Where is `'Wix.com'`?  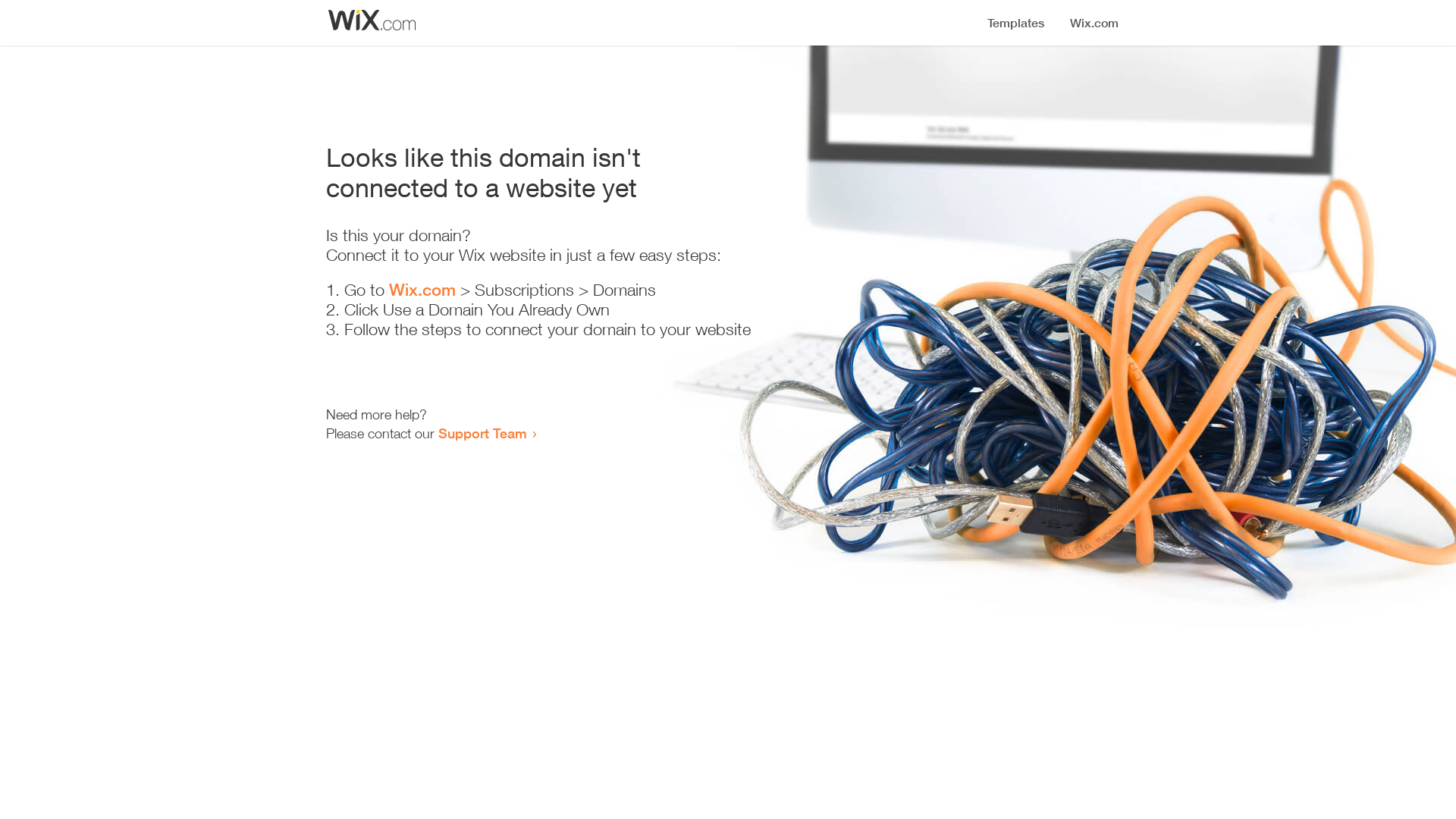 'Wix.com' is located at coordinates (422, 289).